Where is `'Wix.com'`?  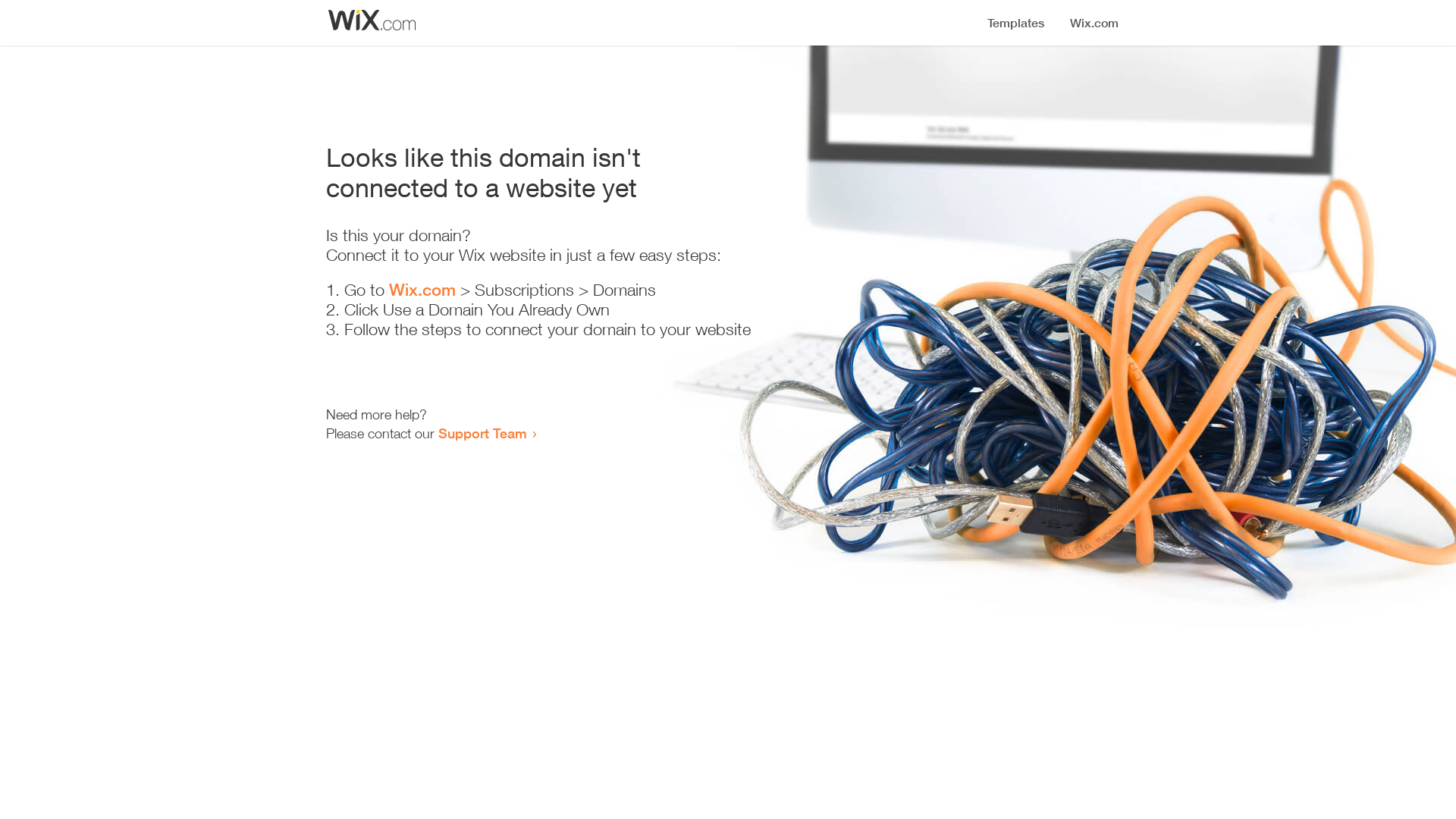 'Wix.com' is located at coordinates (422, 289).